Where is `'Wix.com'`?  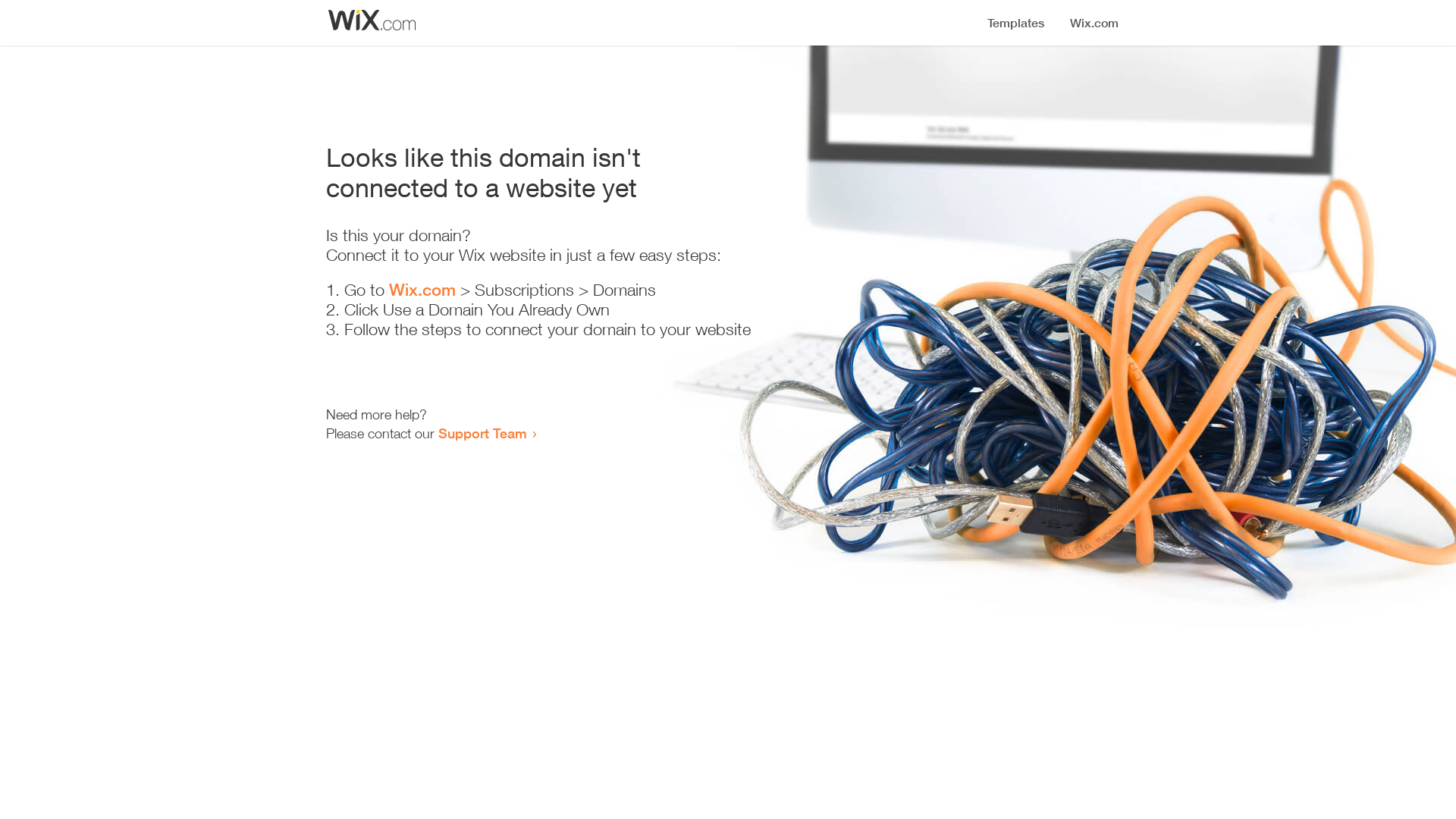 'Wix.com' is located at coordinates (422, 289).